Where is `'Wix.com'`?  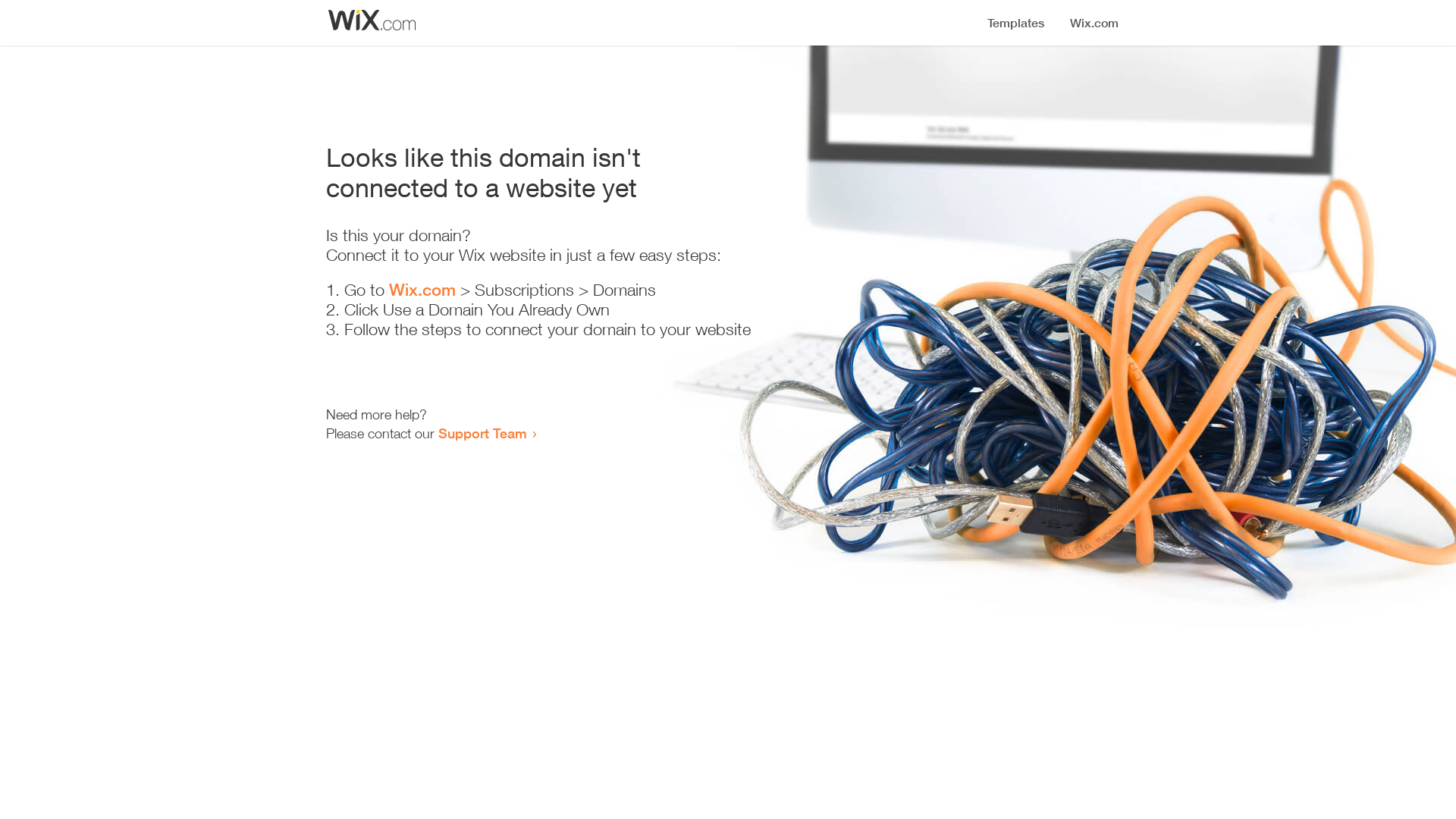 'Wix.com' is located at coordinates (422, 289).